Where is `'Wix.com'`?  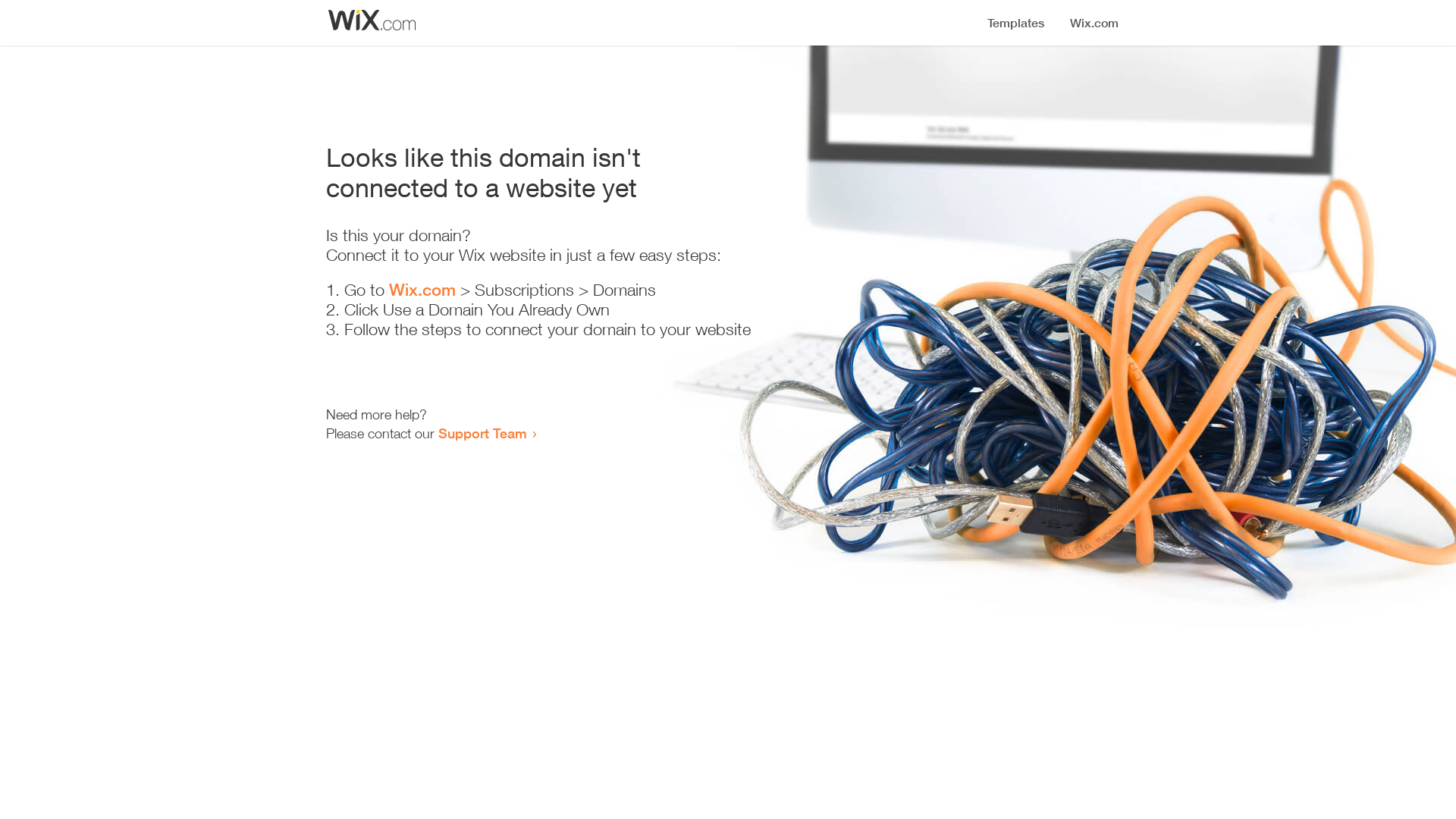 'Wix.com' is located at coordinates (422, 289).